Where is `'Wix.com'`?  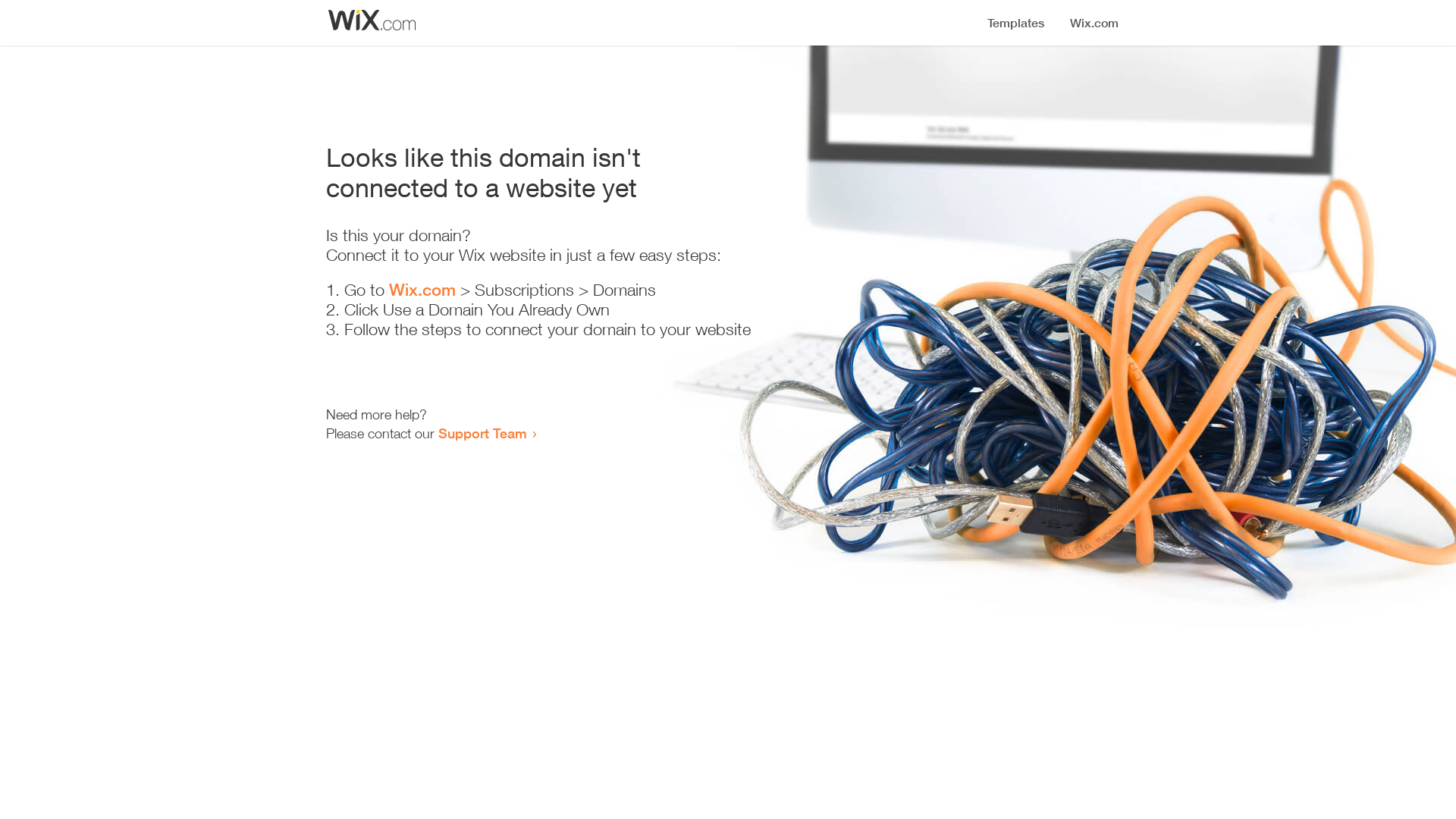 'Wix.com' is located at coordinates (422, 289).